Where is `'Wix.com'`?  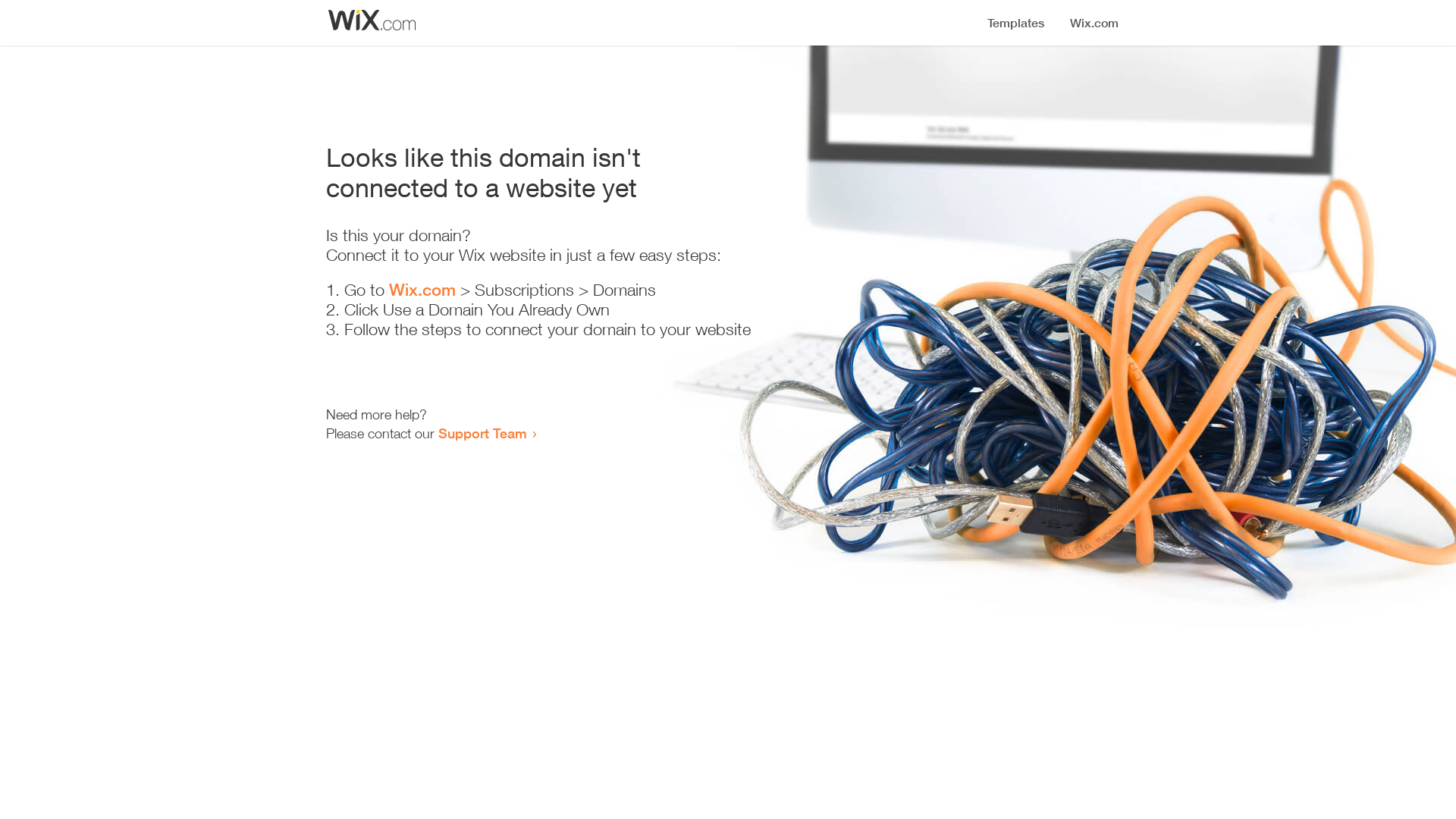 'Wix.com' is located at coordinates (422, 289).